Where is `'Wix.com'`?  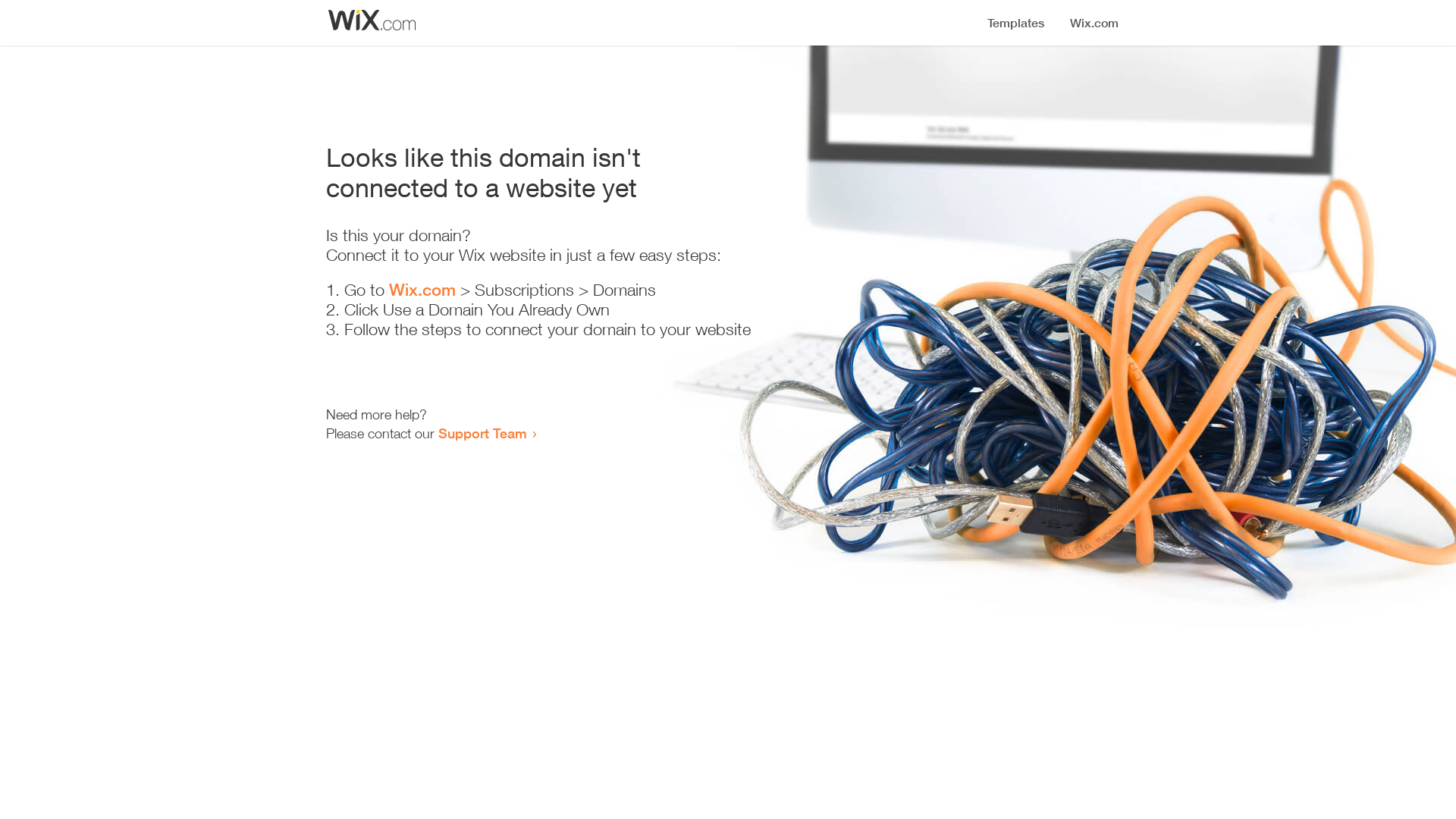 'Wix.com' is located at coordinates (422, 289).